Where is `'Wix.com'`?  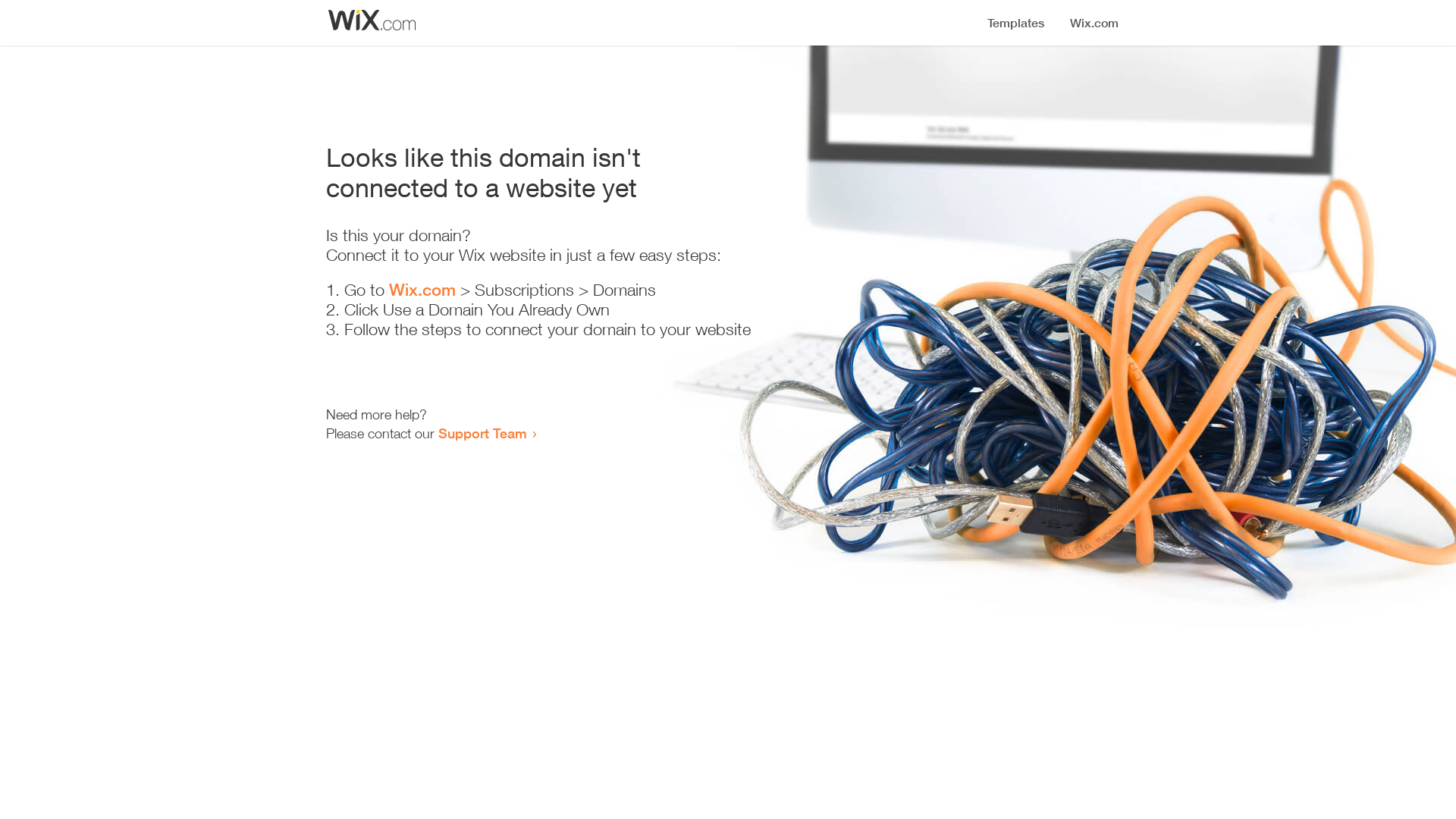 'Wix.com' is located at coordinates (422, 289).